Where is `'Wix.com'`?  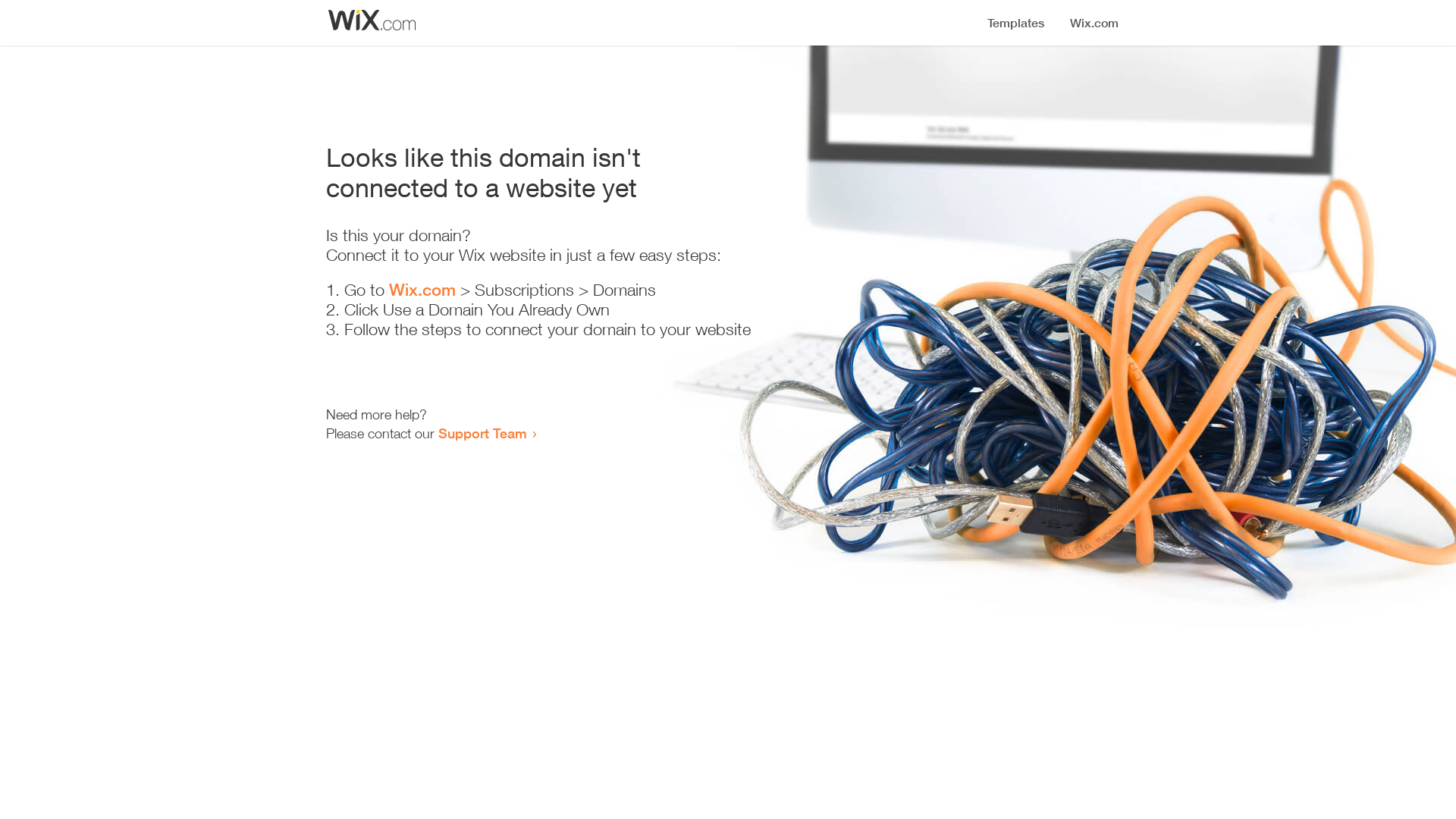 'Wix.com' is located at coordinates (422, 289).